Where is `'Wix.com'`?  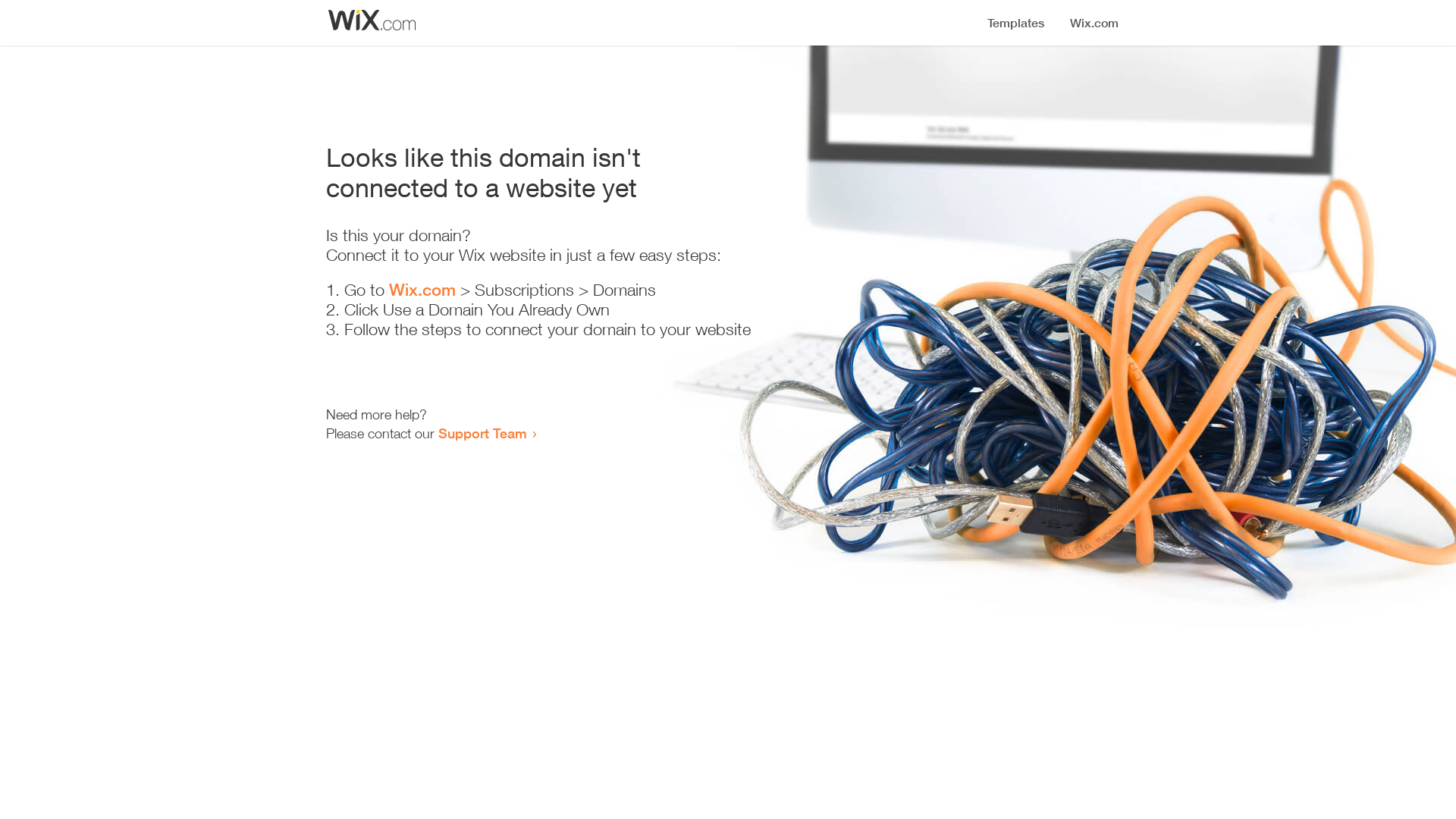 'Wix.com' is located at coordinates (422, 289).